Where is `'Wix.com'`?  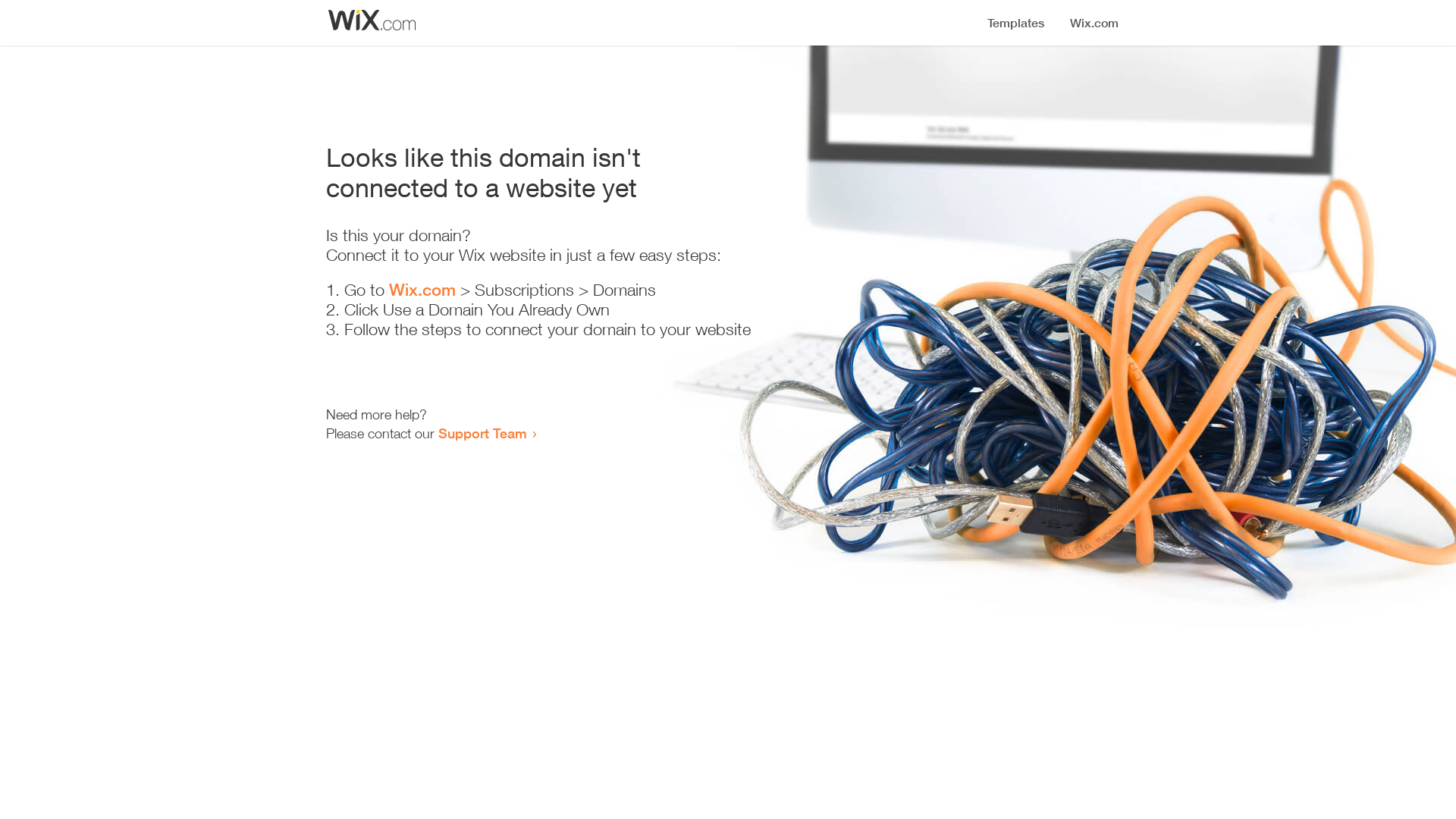 'Wix.com' is located at coordinates (422, 289).